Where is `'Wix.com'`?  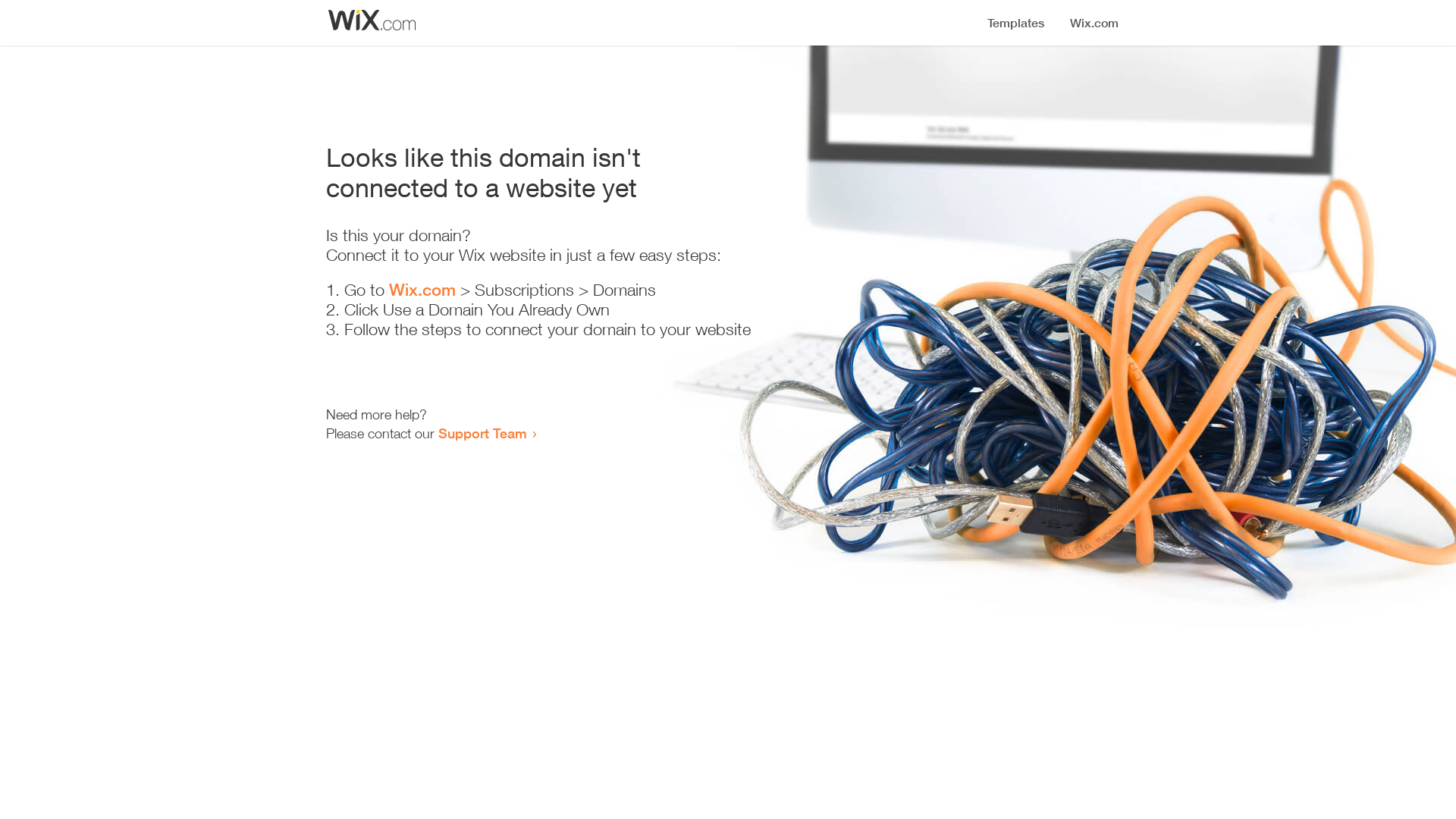 'Wix.com' is located at coordinates (422, 289).